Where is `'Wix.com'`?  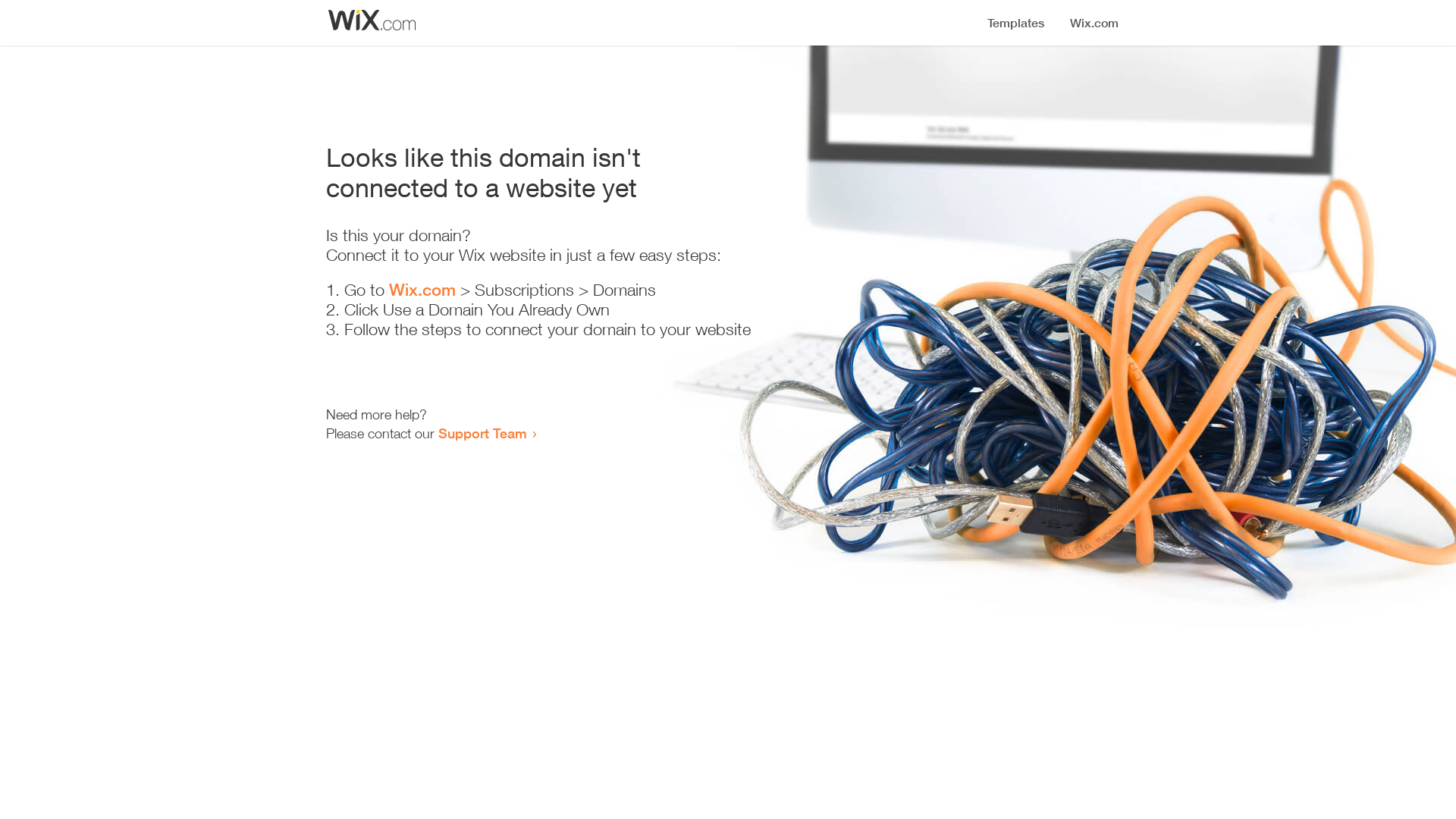 'Wix.com' is located at coordinates (422, 289).